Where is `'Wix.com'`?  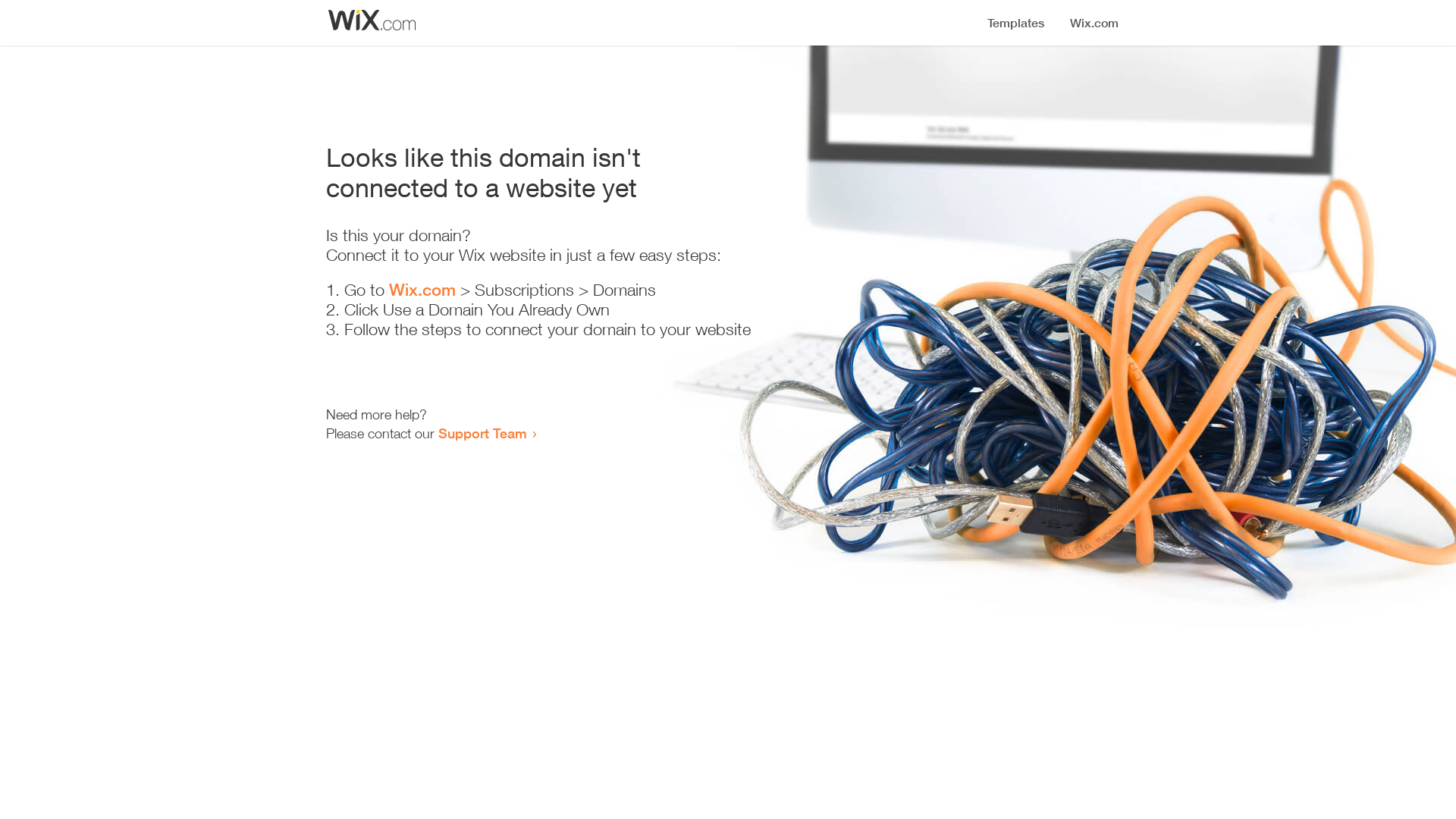 'Wix.com' is located at coordinates (422, 289).